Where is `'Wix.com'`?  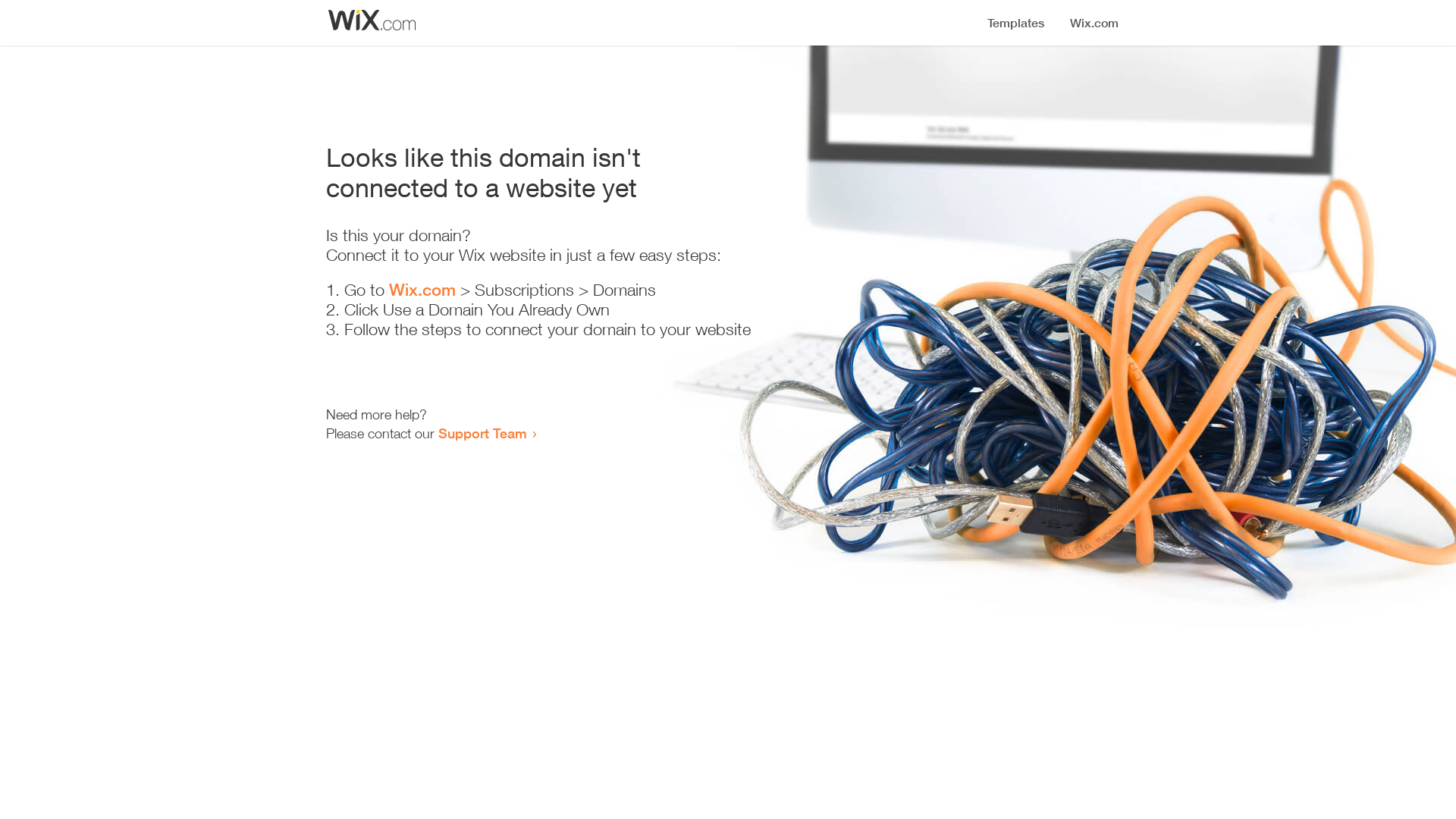 'Wix.com' is located at coordinates (422, 289).